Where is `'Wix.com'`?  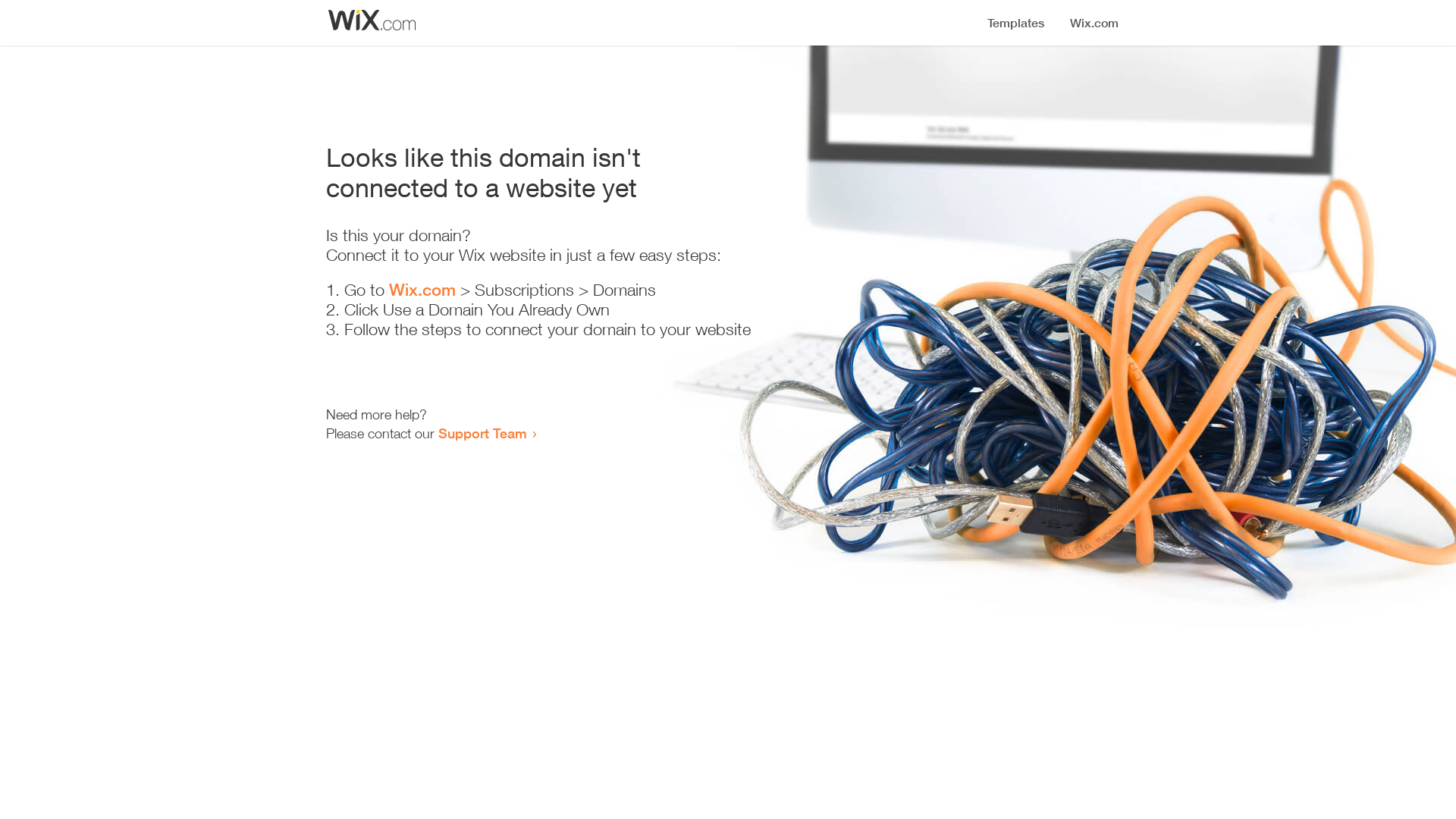 'Wix.com' is located at coordinates (422, 289).